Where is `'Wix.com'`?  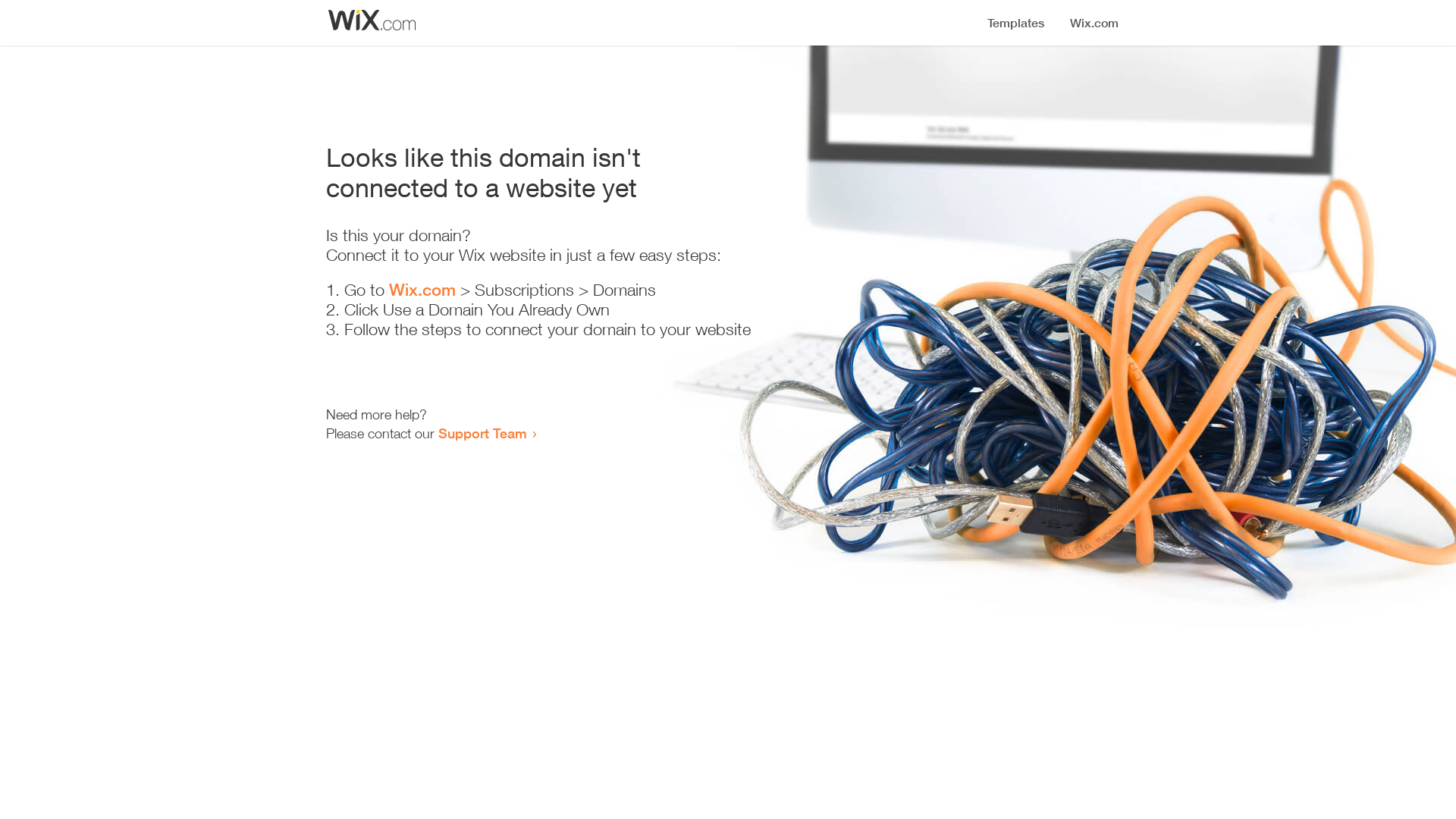 'Wix.com' is located at coordinates (422, 289).